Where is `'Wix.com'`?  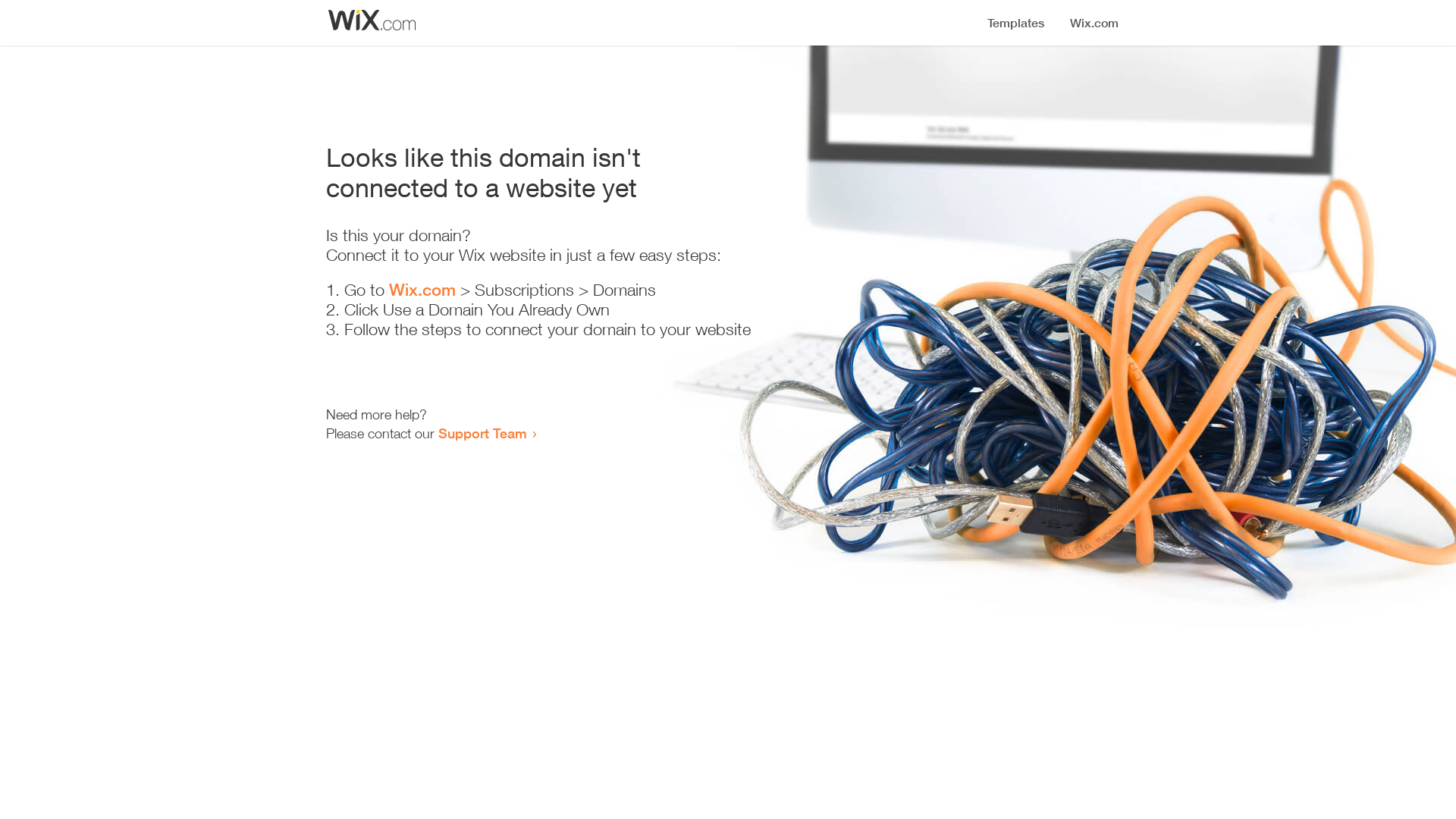 'Wix.com' is located at coordinates (422, 289).